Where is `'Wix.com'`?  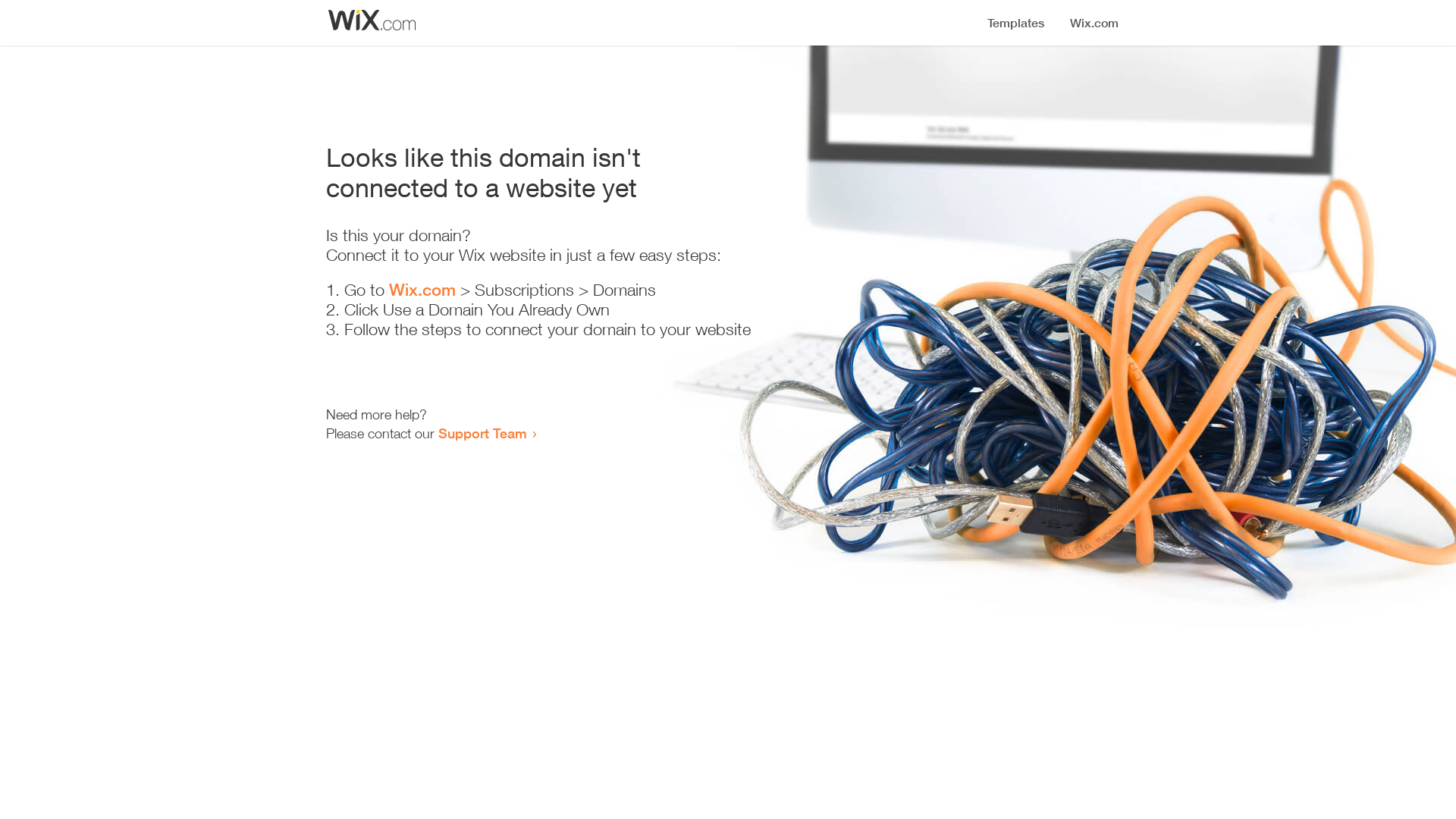 'Wix.com' is located at coordinates (422, 289).